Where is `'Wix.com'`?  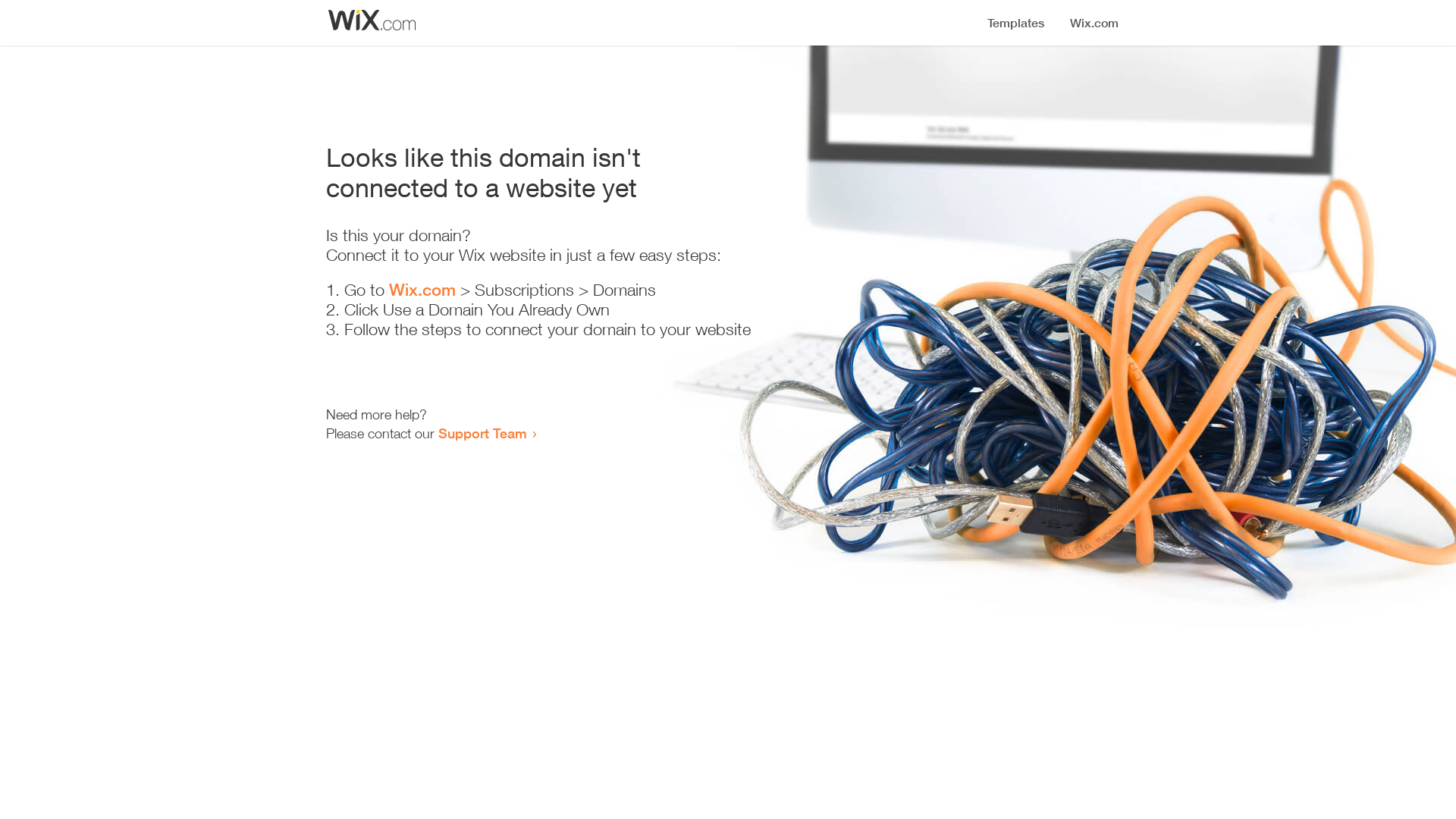 'Wix.com' is located at coordinates (422, 289).